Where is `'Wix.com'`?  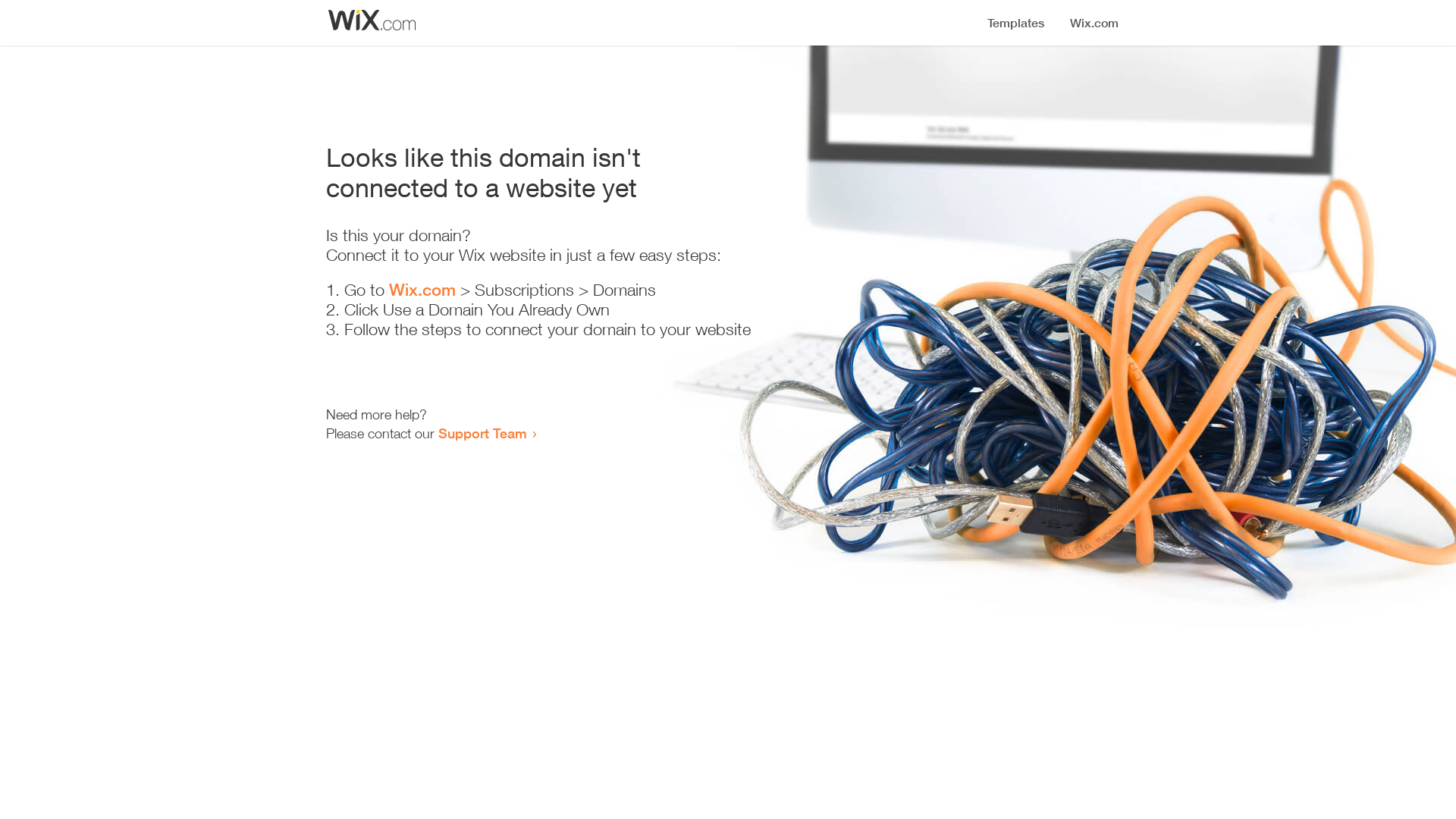 'Wix.com' is located at coordinates (422, 289).